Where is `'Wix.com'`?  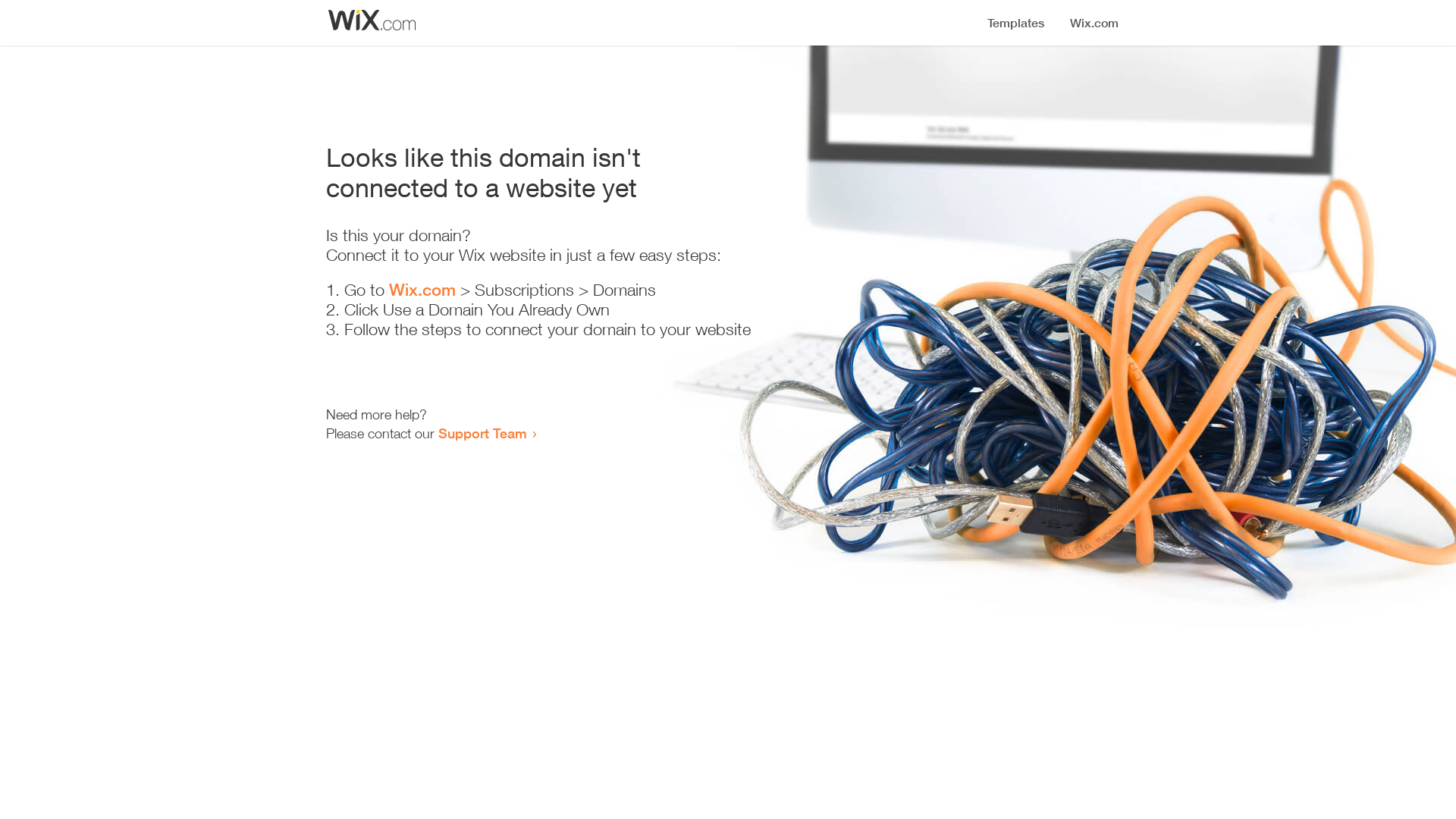 'Wix.com' is located at coordinates (422, 289).